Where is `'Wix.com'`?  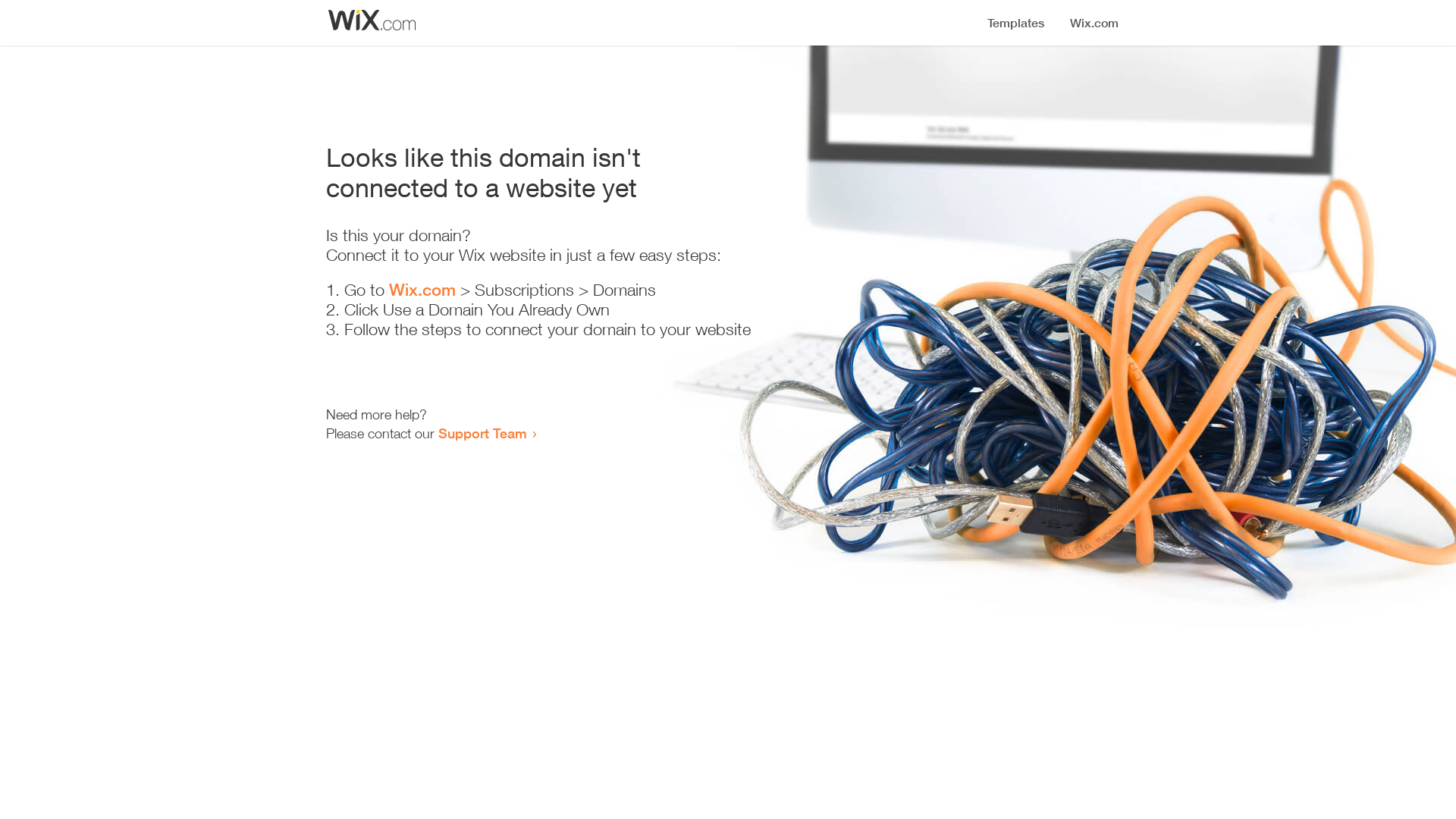 'Wix.com' is located at coordinates (422, 289).